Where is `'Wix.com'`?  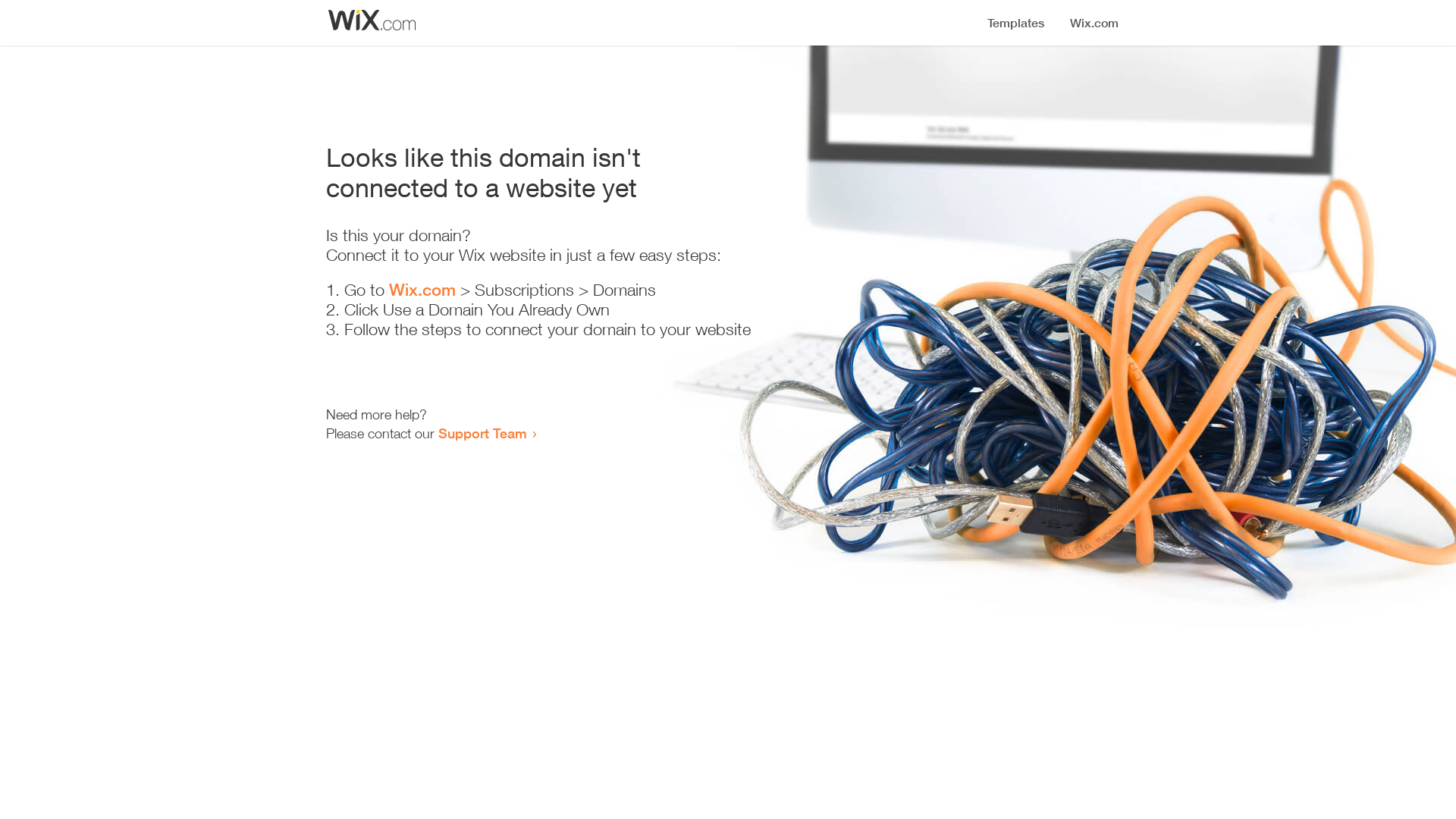 'Wix.com' is located at coordinates (422, 289).